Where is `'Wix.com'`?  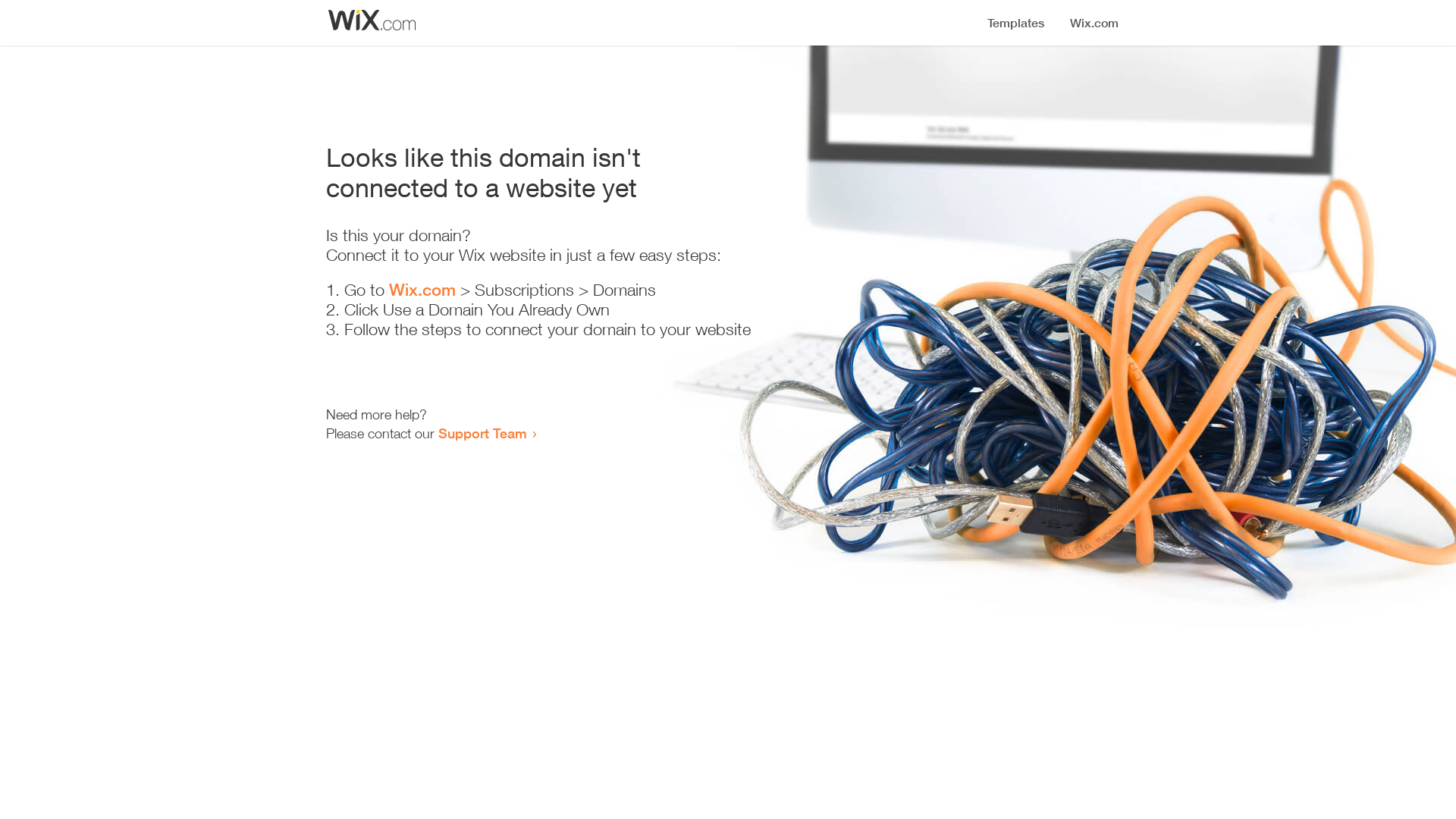 'Wix.com' is located at coordinates (422, 289).